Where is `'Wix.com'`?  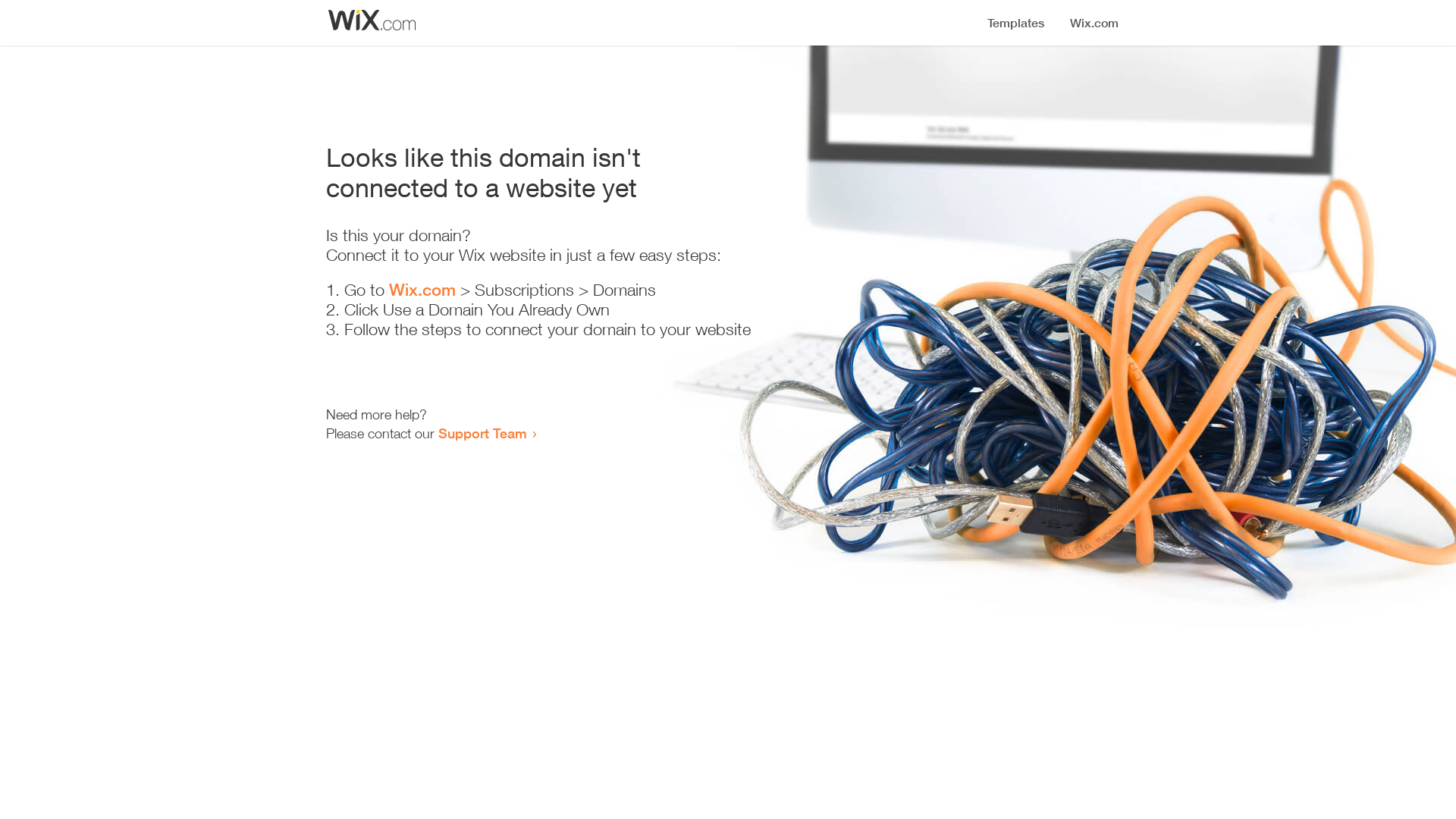 'Wix.com' is located at coordinates (422, 289).